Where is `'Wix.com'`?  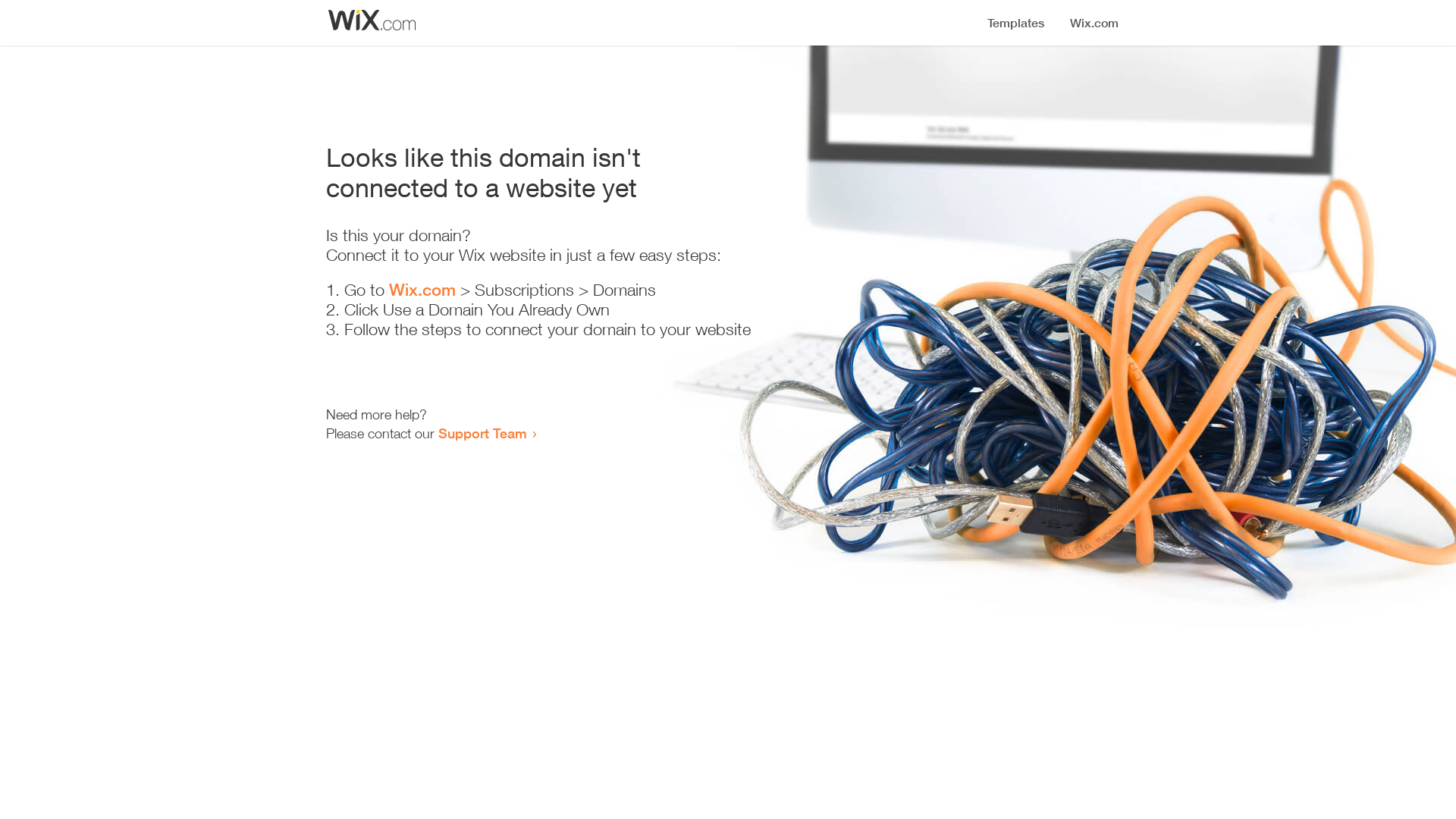 'Wix.com' is located at coordinates (422, 289).